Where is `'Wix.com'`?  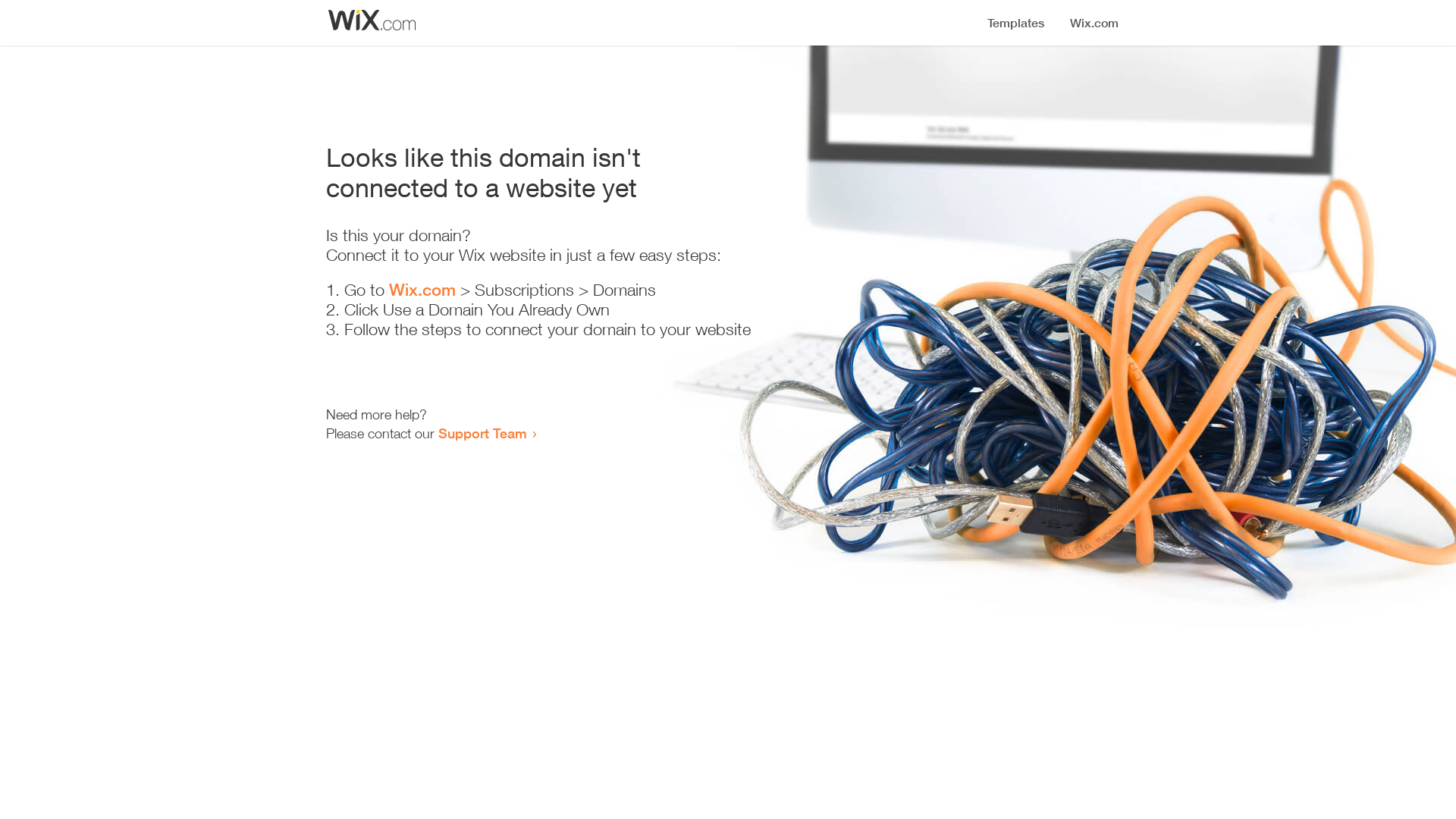 'Wix.com' is located at coordinates (422, 289).